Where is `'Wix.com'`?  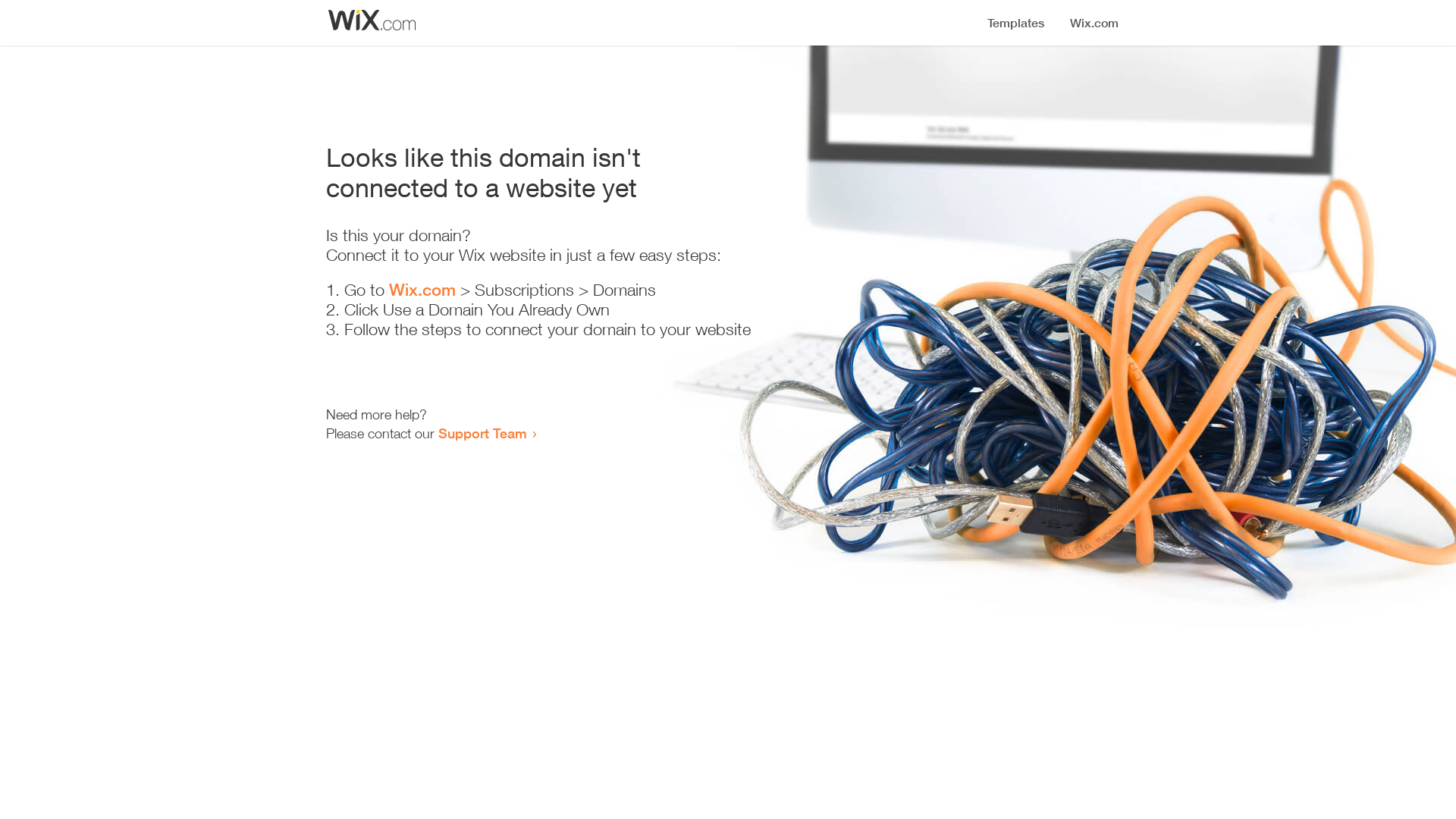 'Wix.com' is located at coordinates (422, 289).